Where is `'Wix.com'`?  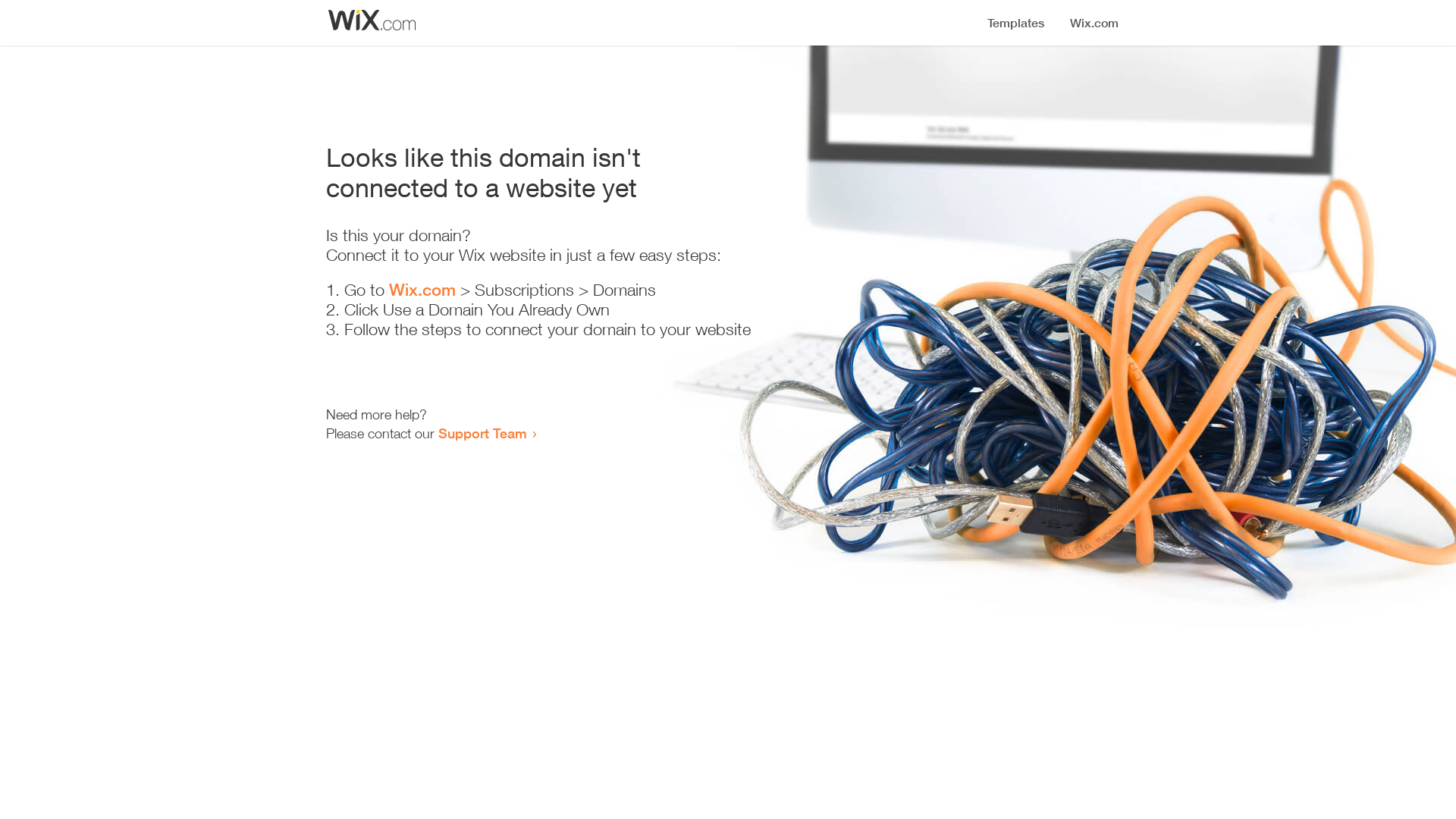 'Wix.com' is located at coordinates (422, 289).